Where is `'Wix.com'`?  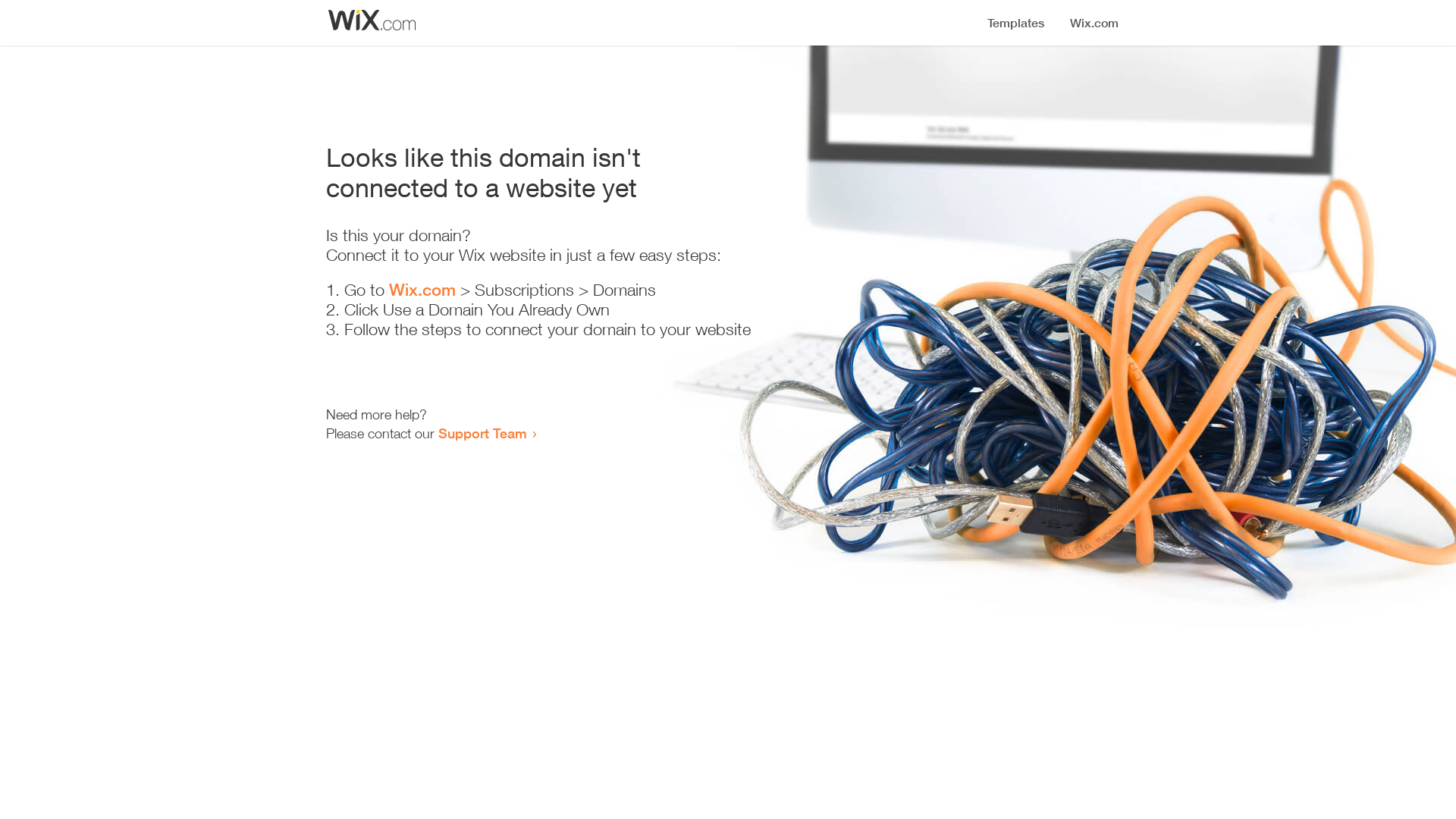 'Wix.com' is located at coordinates (422, 289).